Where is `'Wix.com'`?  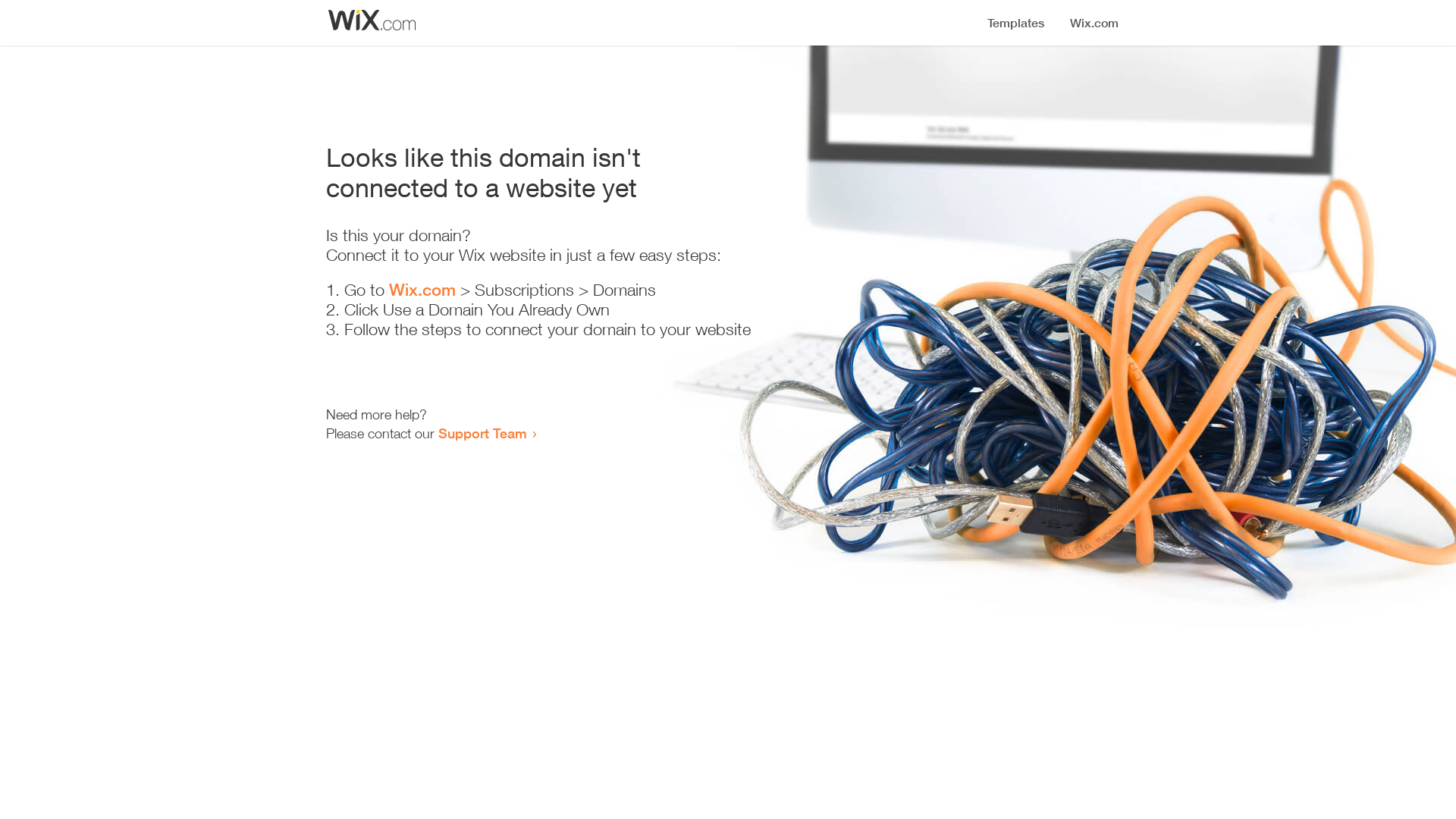 'Wix.com' is located at coordinates (422, 289).